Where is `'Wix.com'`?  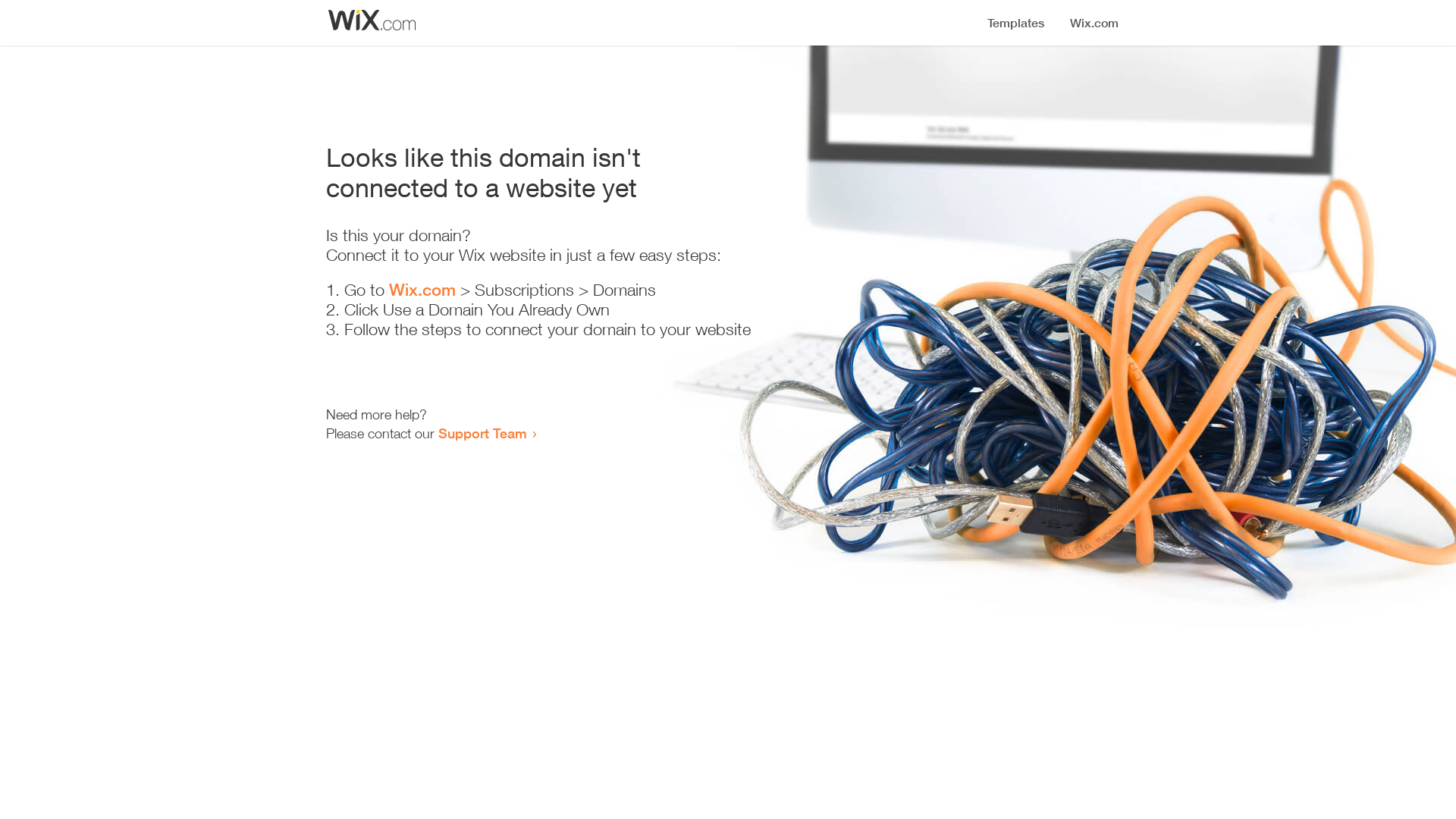 'Wix.com' is located at coordinates (422, 289).